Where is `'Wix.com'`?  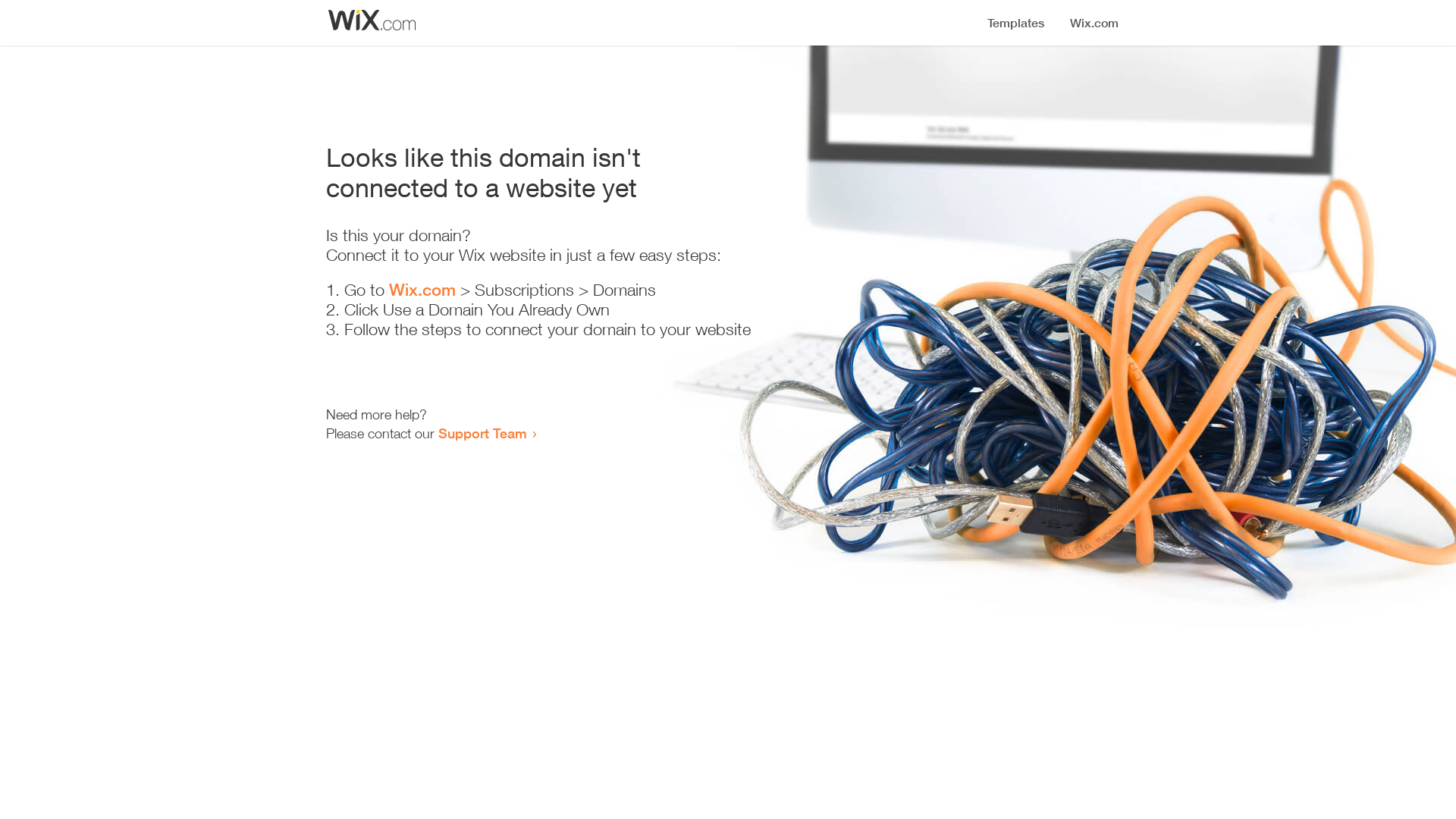 'Wix.com' is located at coordinates (422, 289).